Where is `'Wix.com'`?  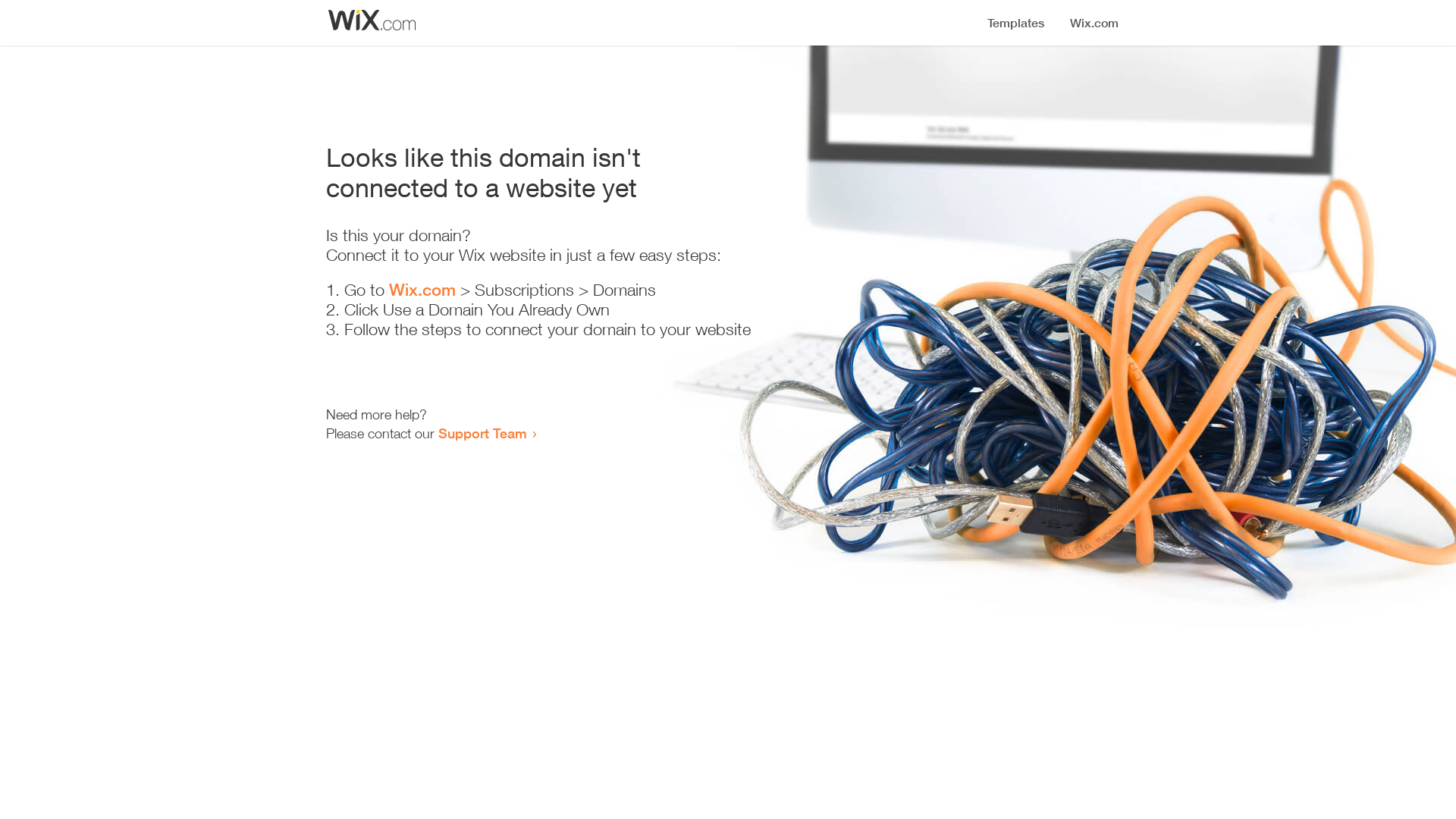 'Wix.com' is located at coordinates (422, 289).